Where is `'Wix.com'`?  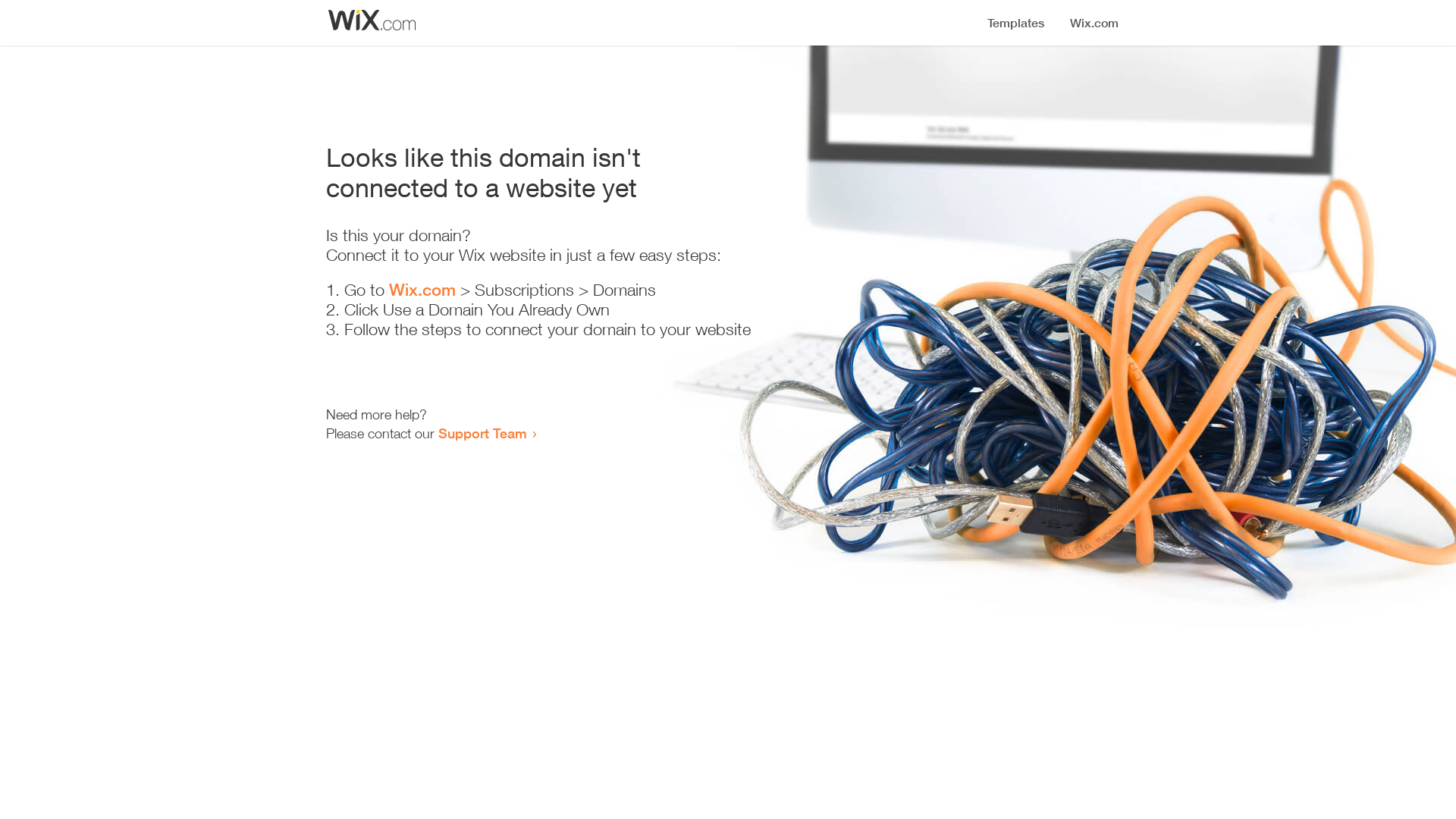 'Wix.com' is located at coordinates (422, 289).